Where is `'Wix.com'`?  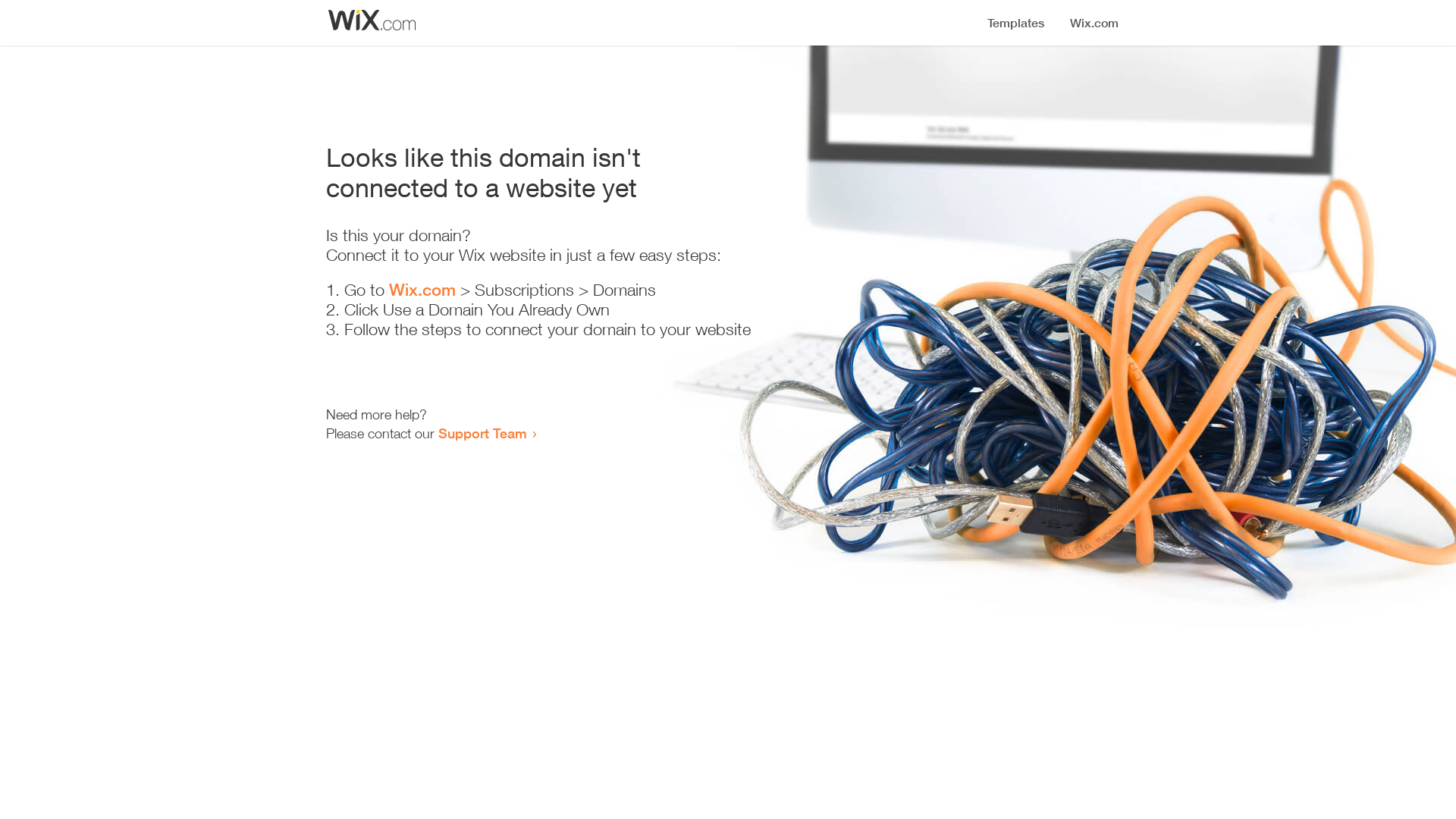 'Wix.com' is located at coordinates (422, 289).